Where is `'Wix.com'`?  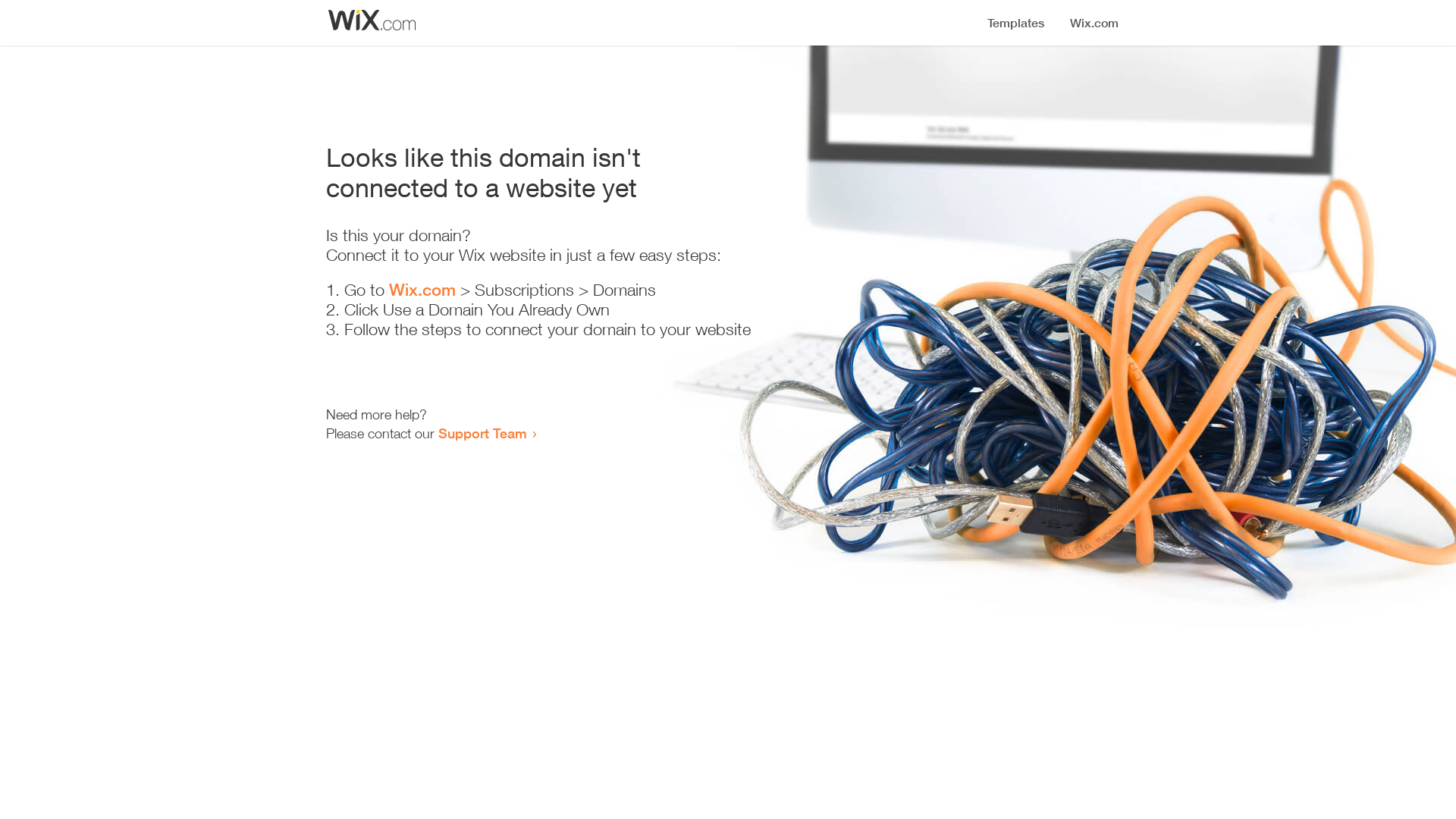 'Wix.com' is located at coordinates (422, 289).